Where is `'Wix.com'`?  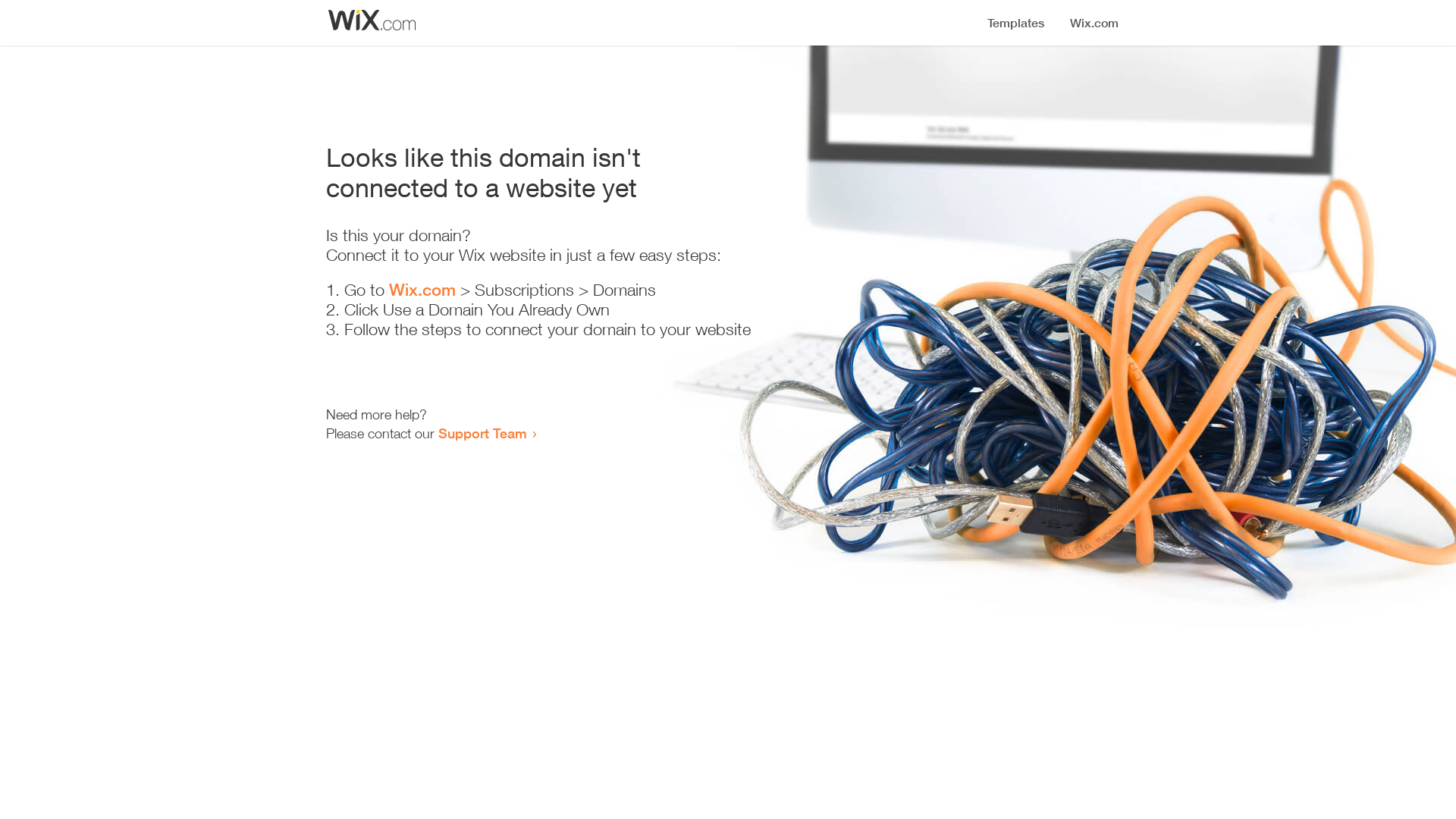 'Wix.com' is located at coordinates (422, 289).